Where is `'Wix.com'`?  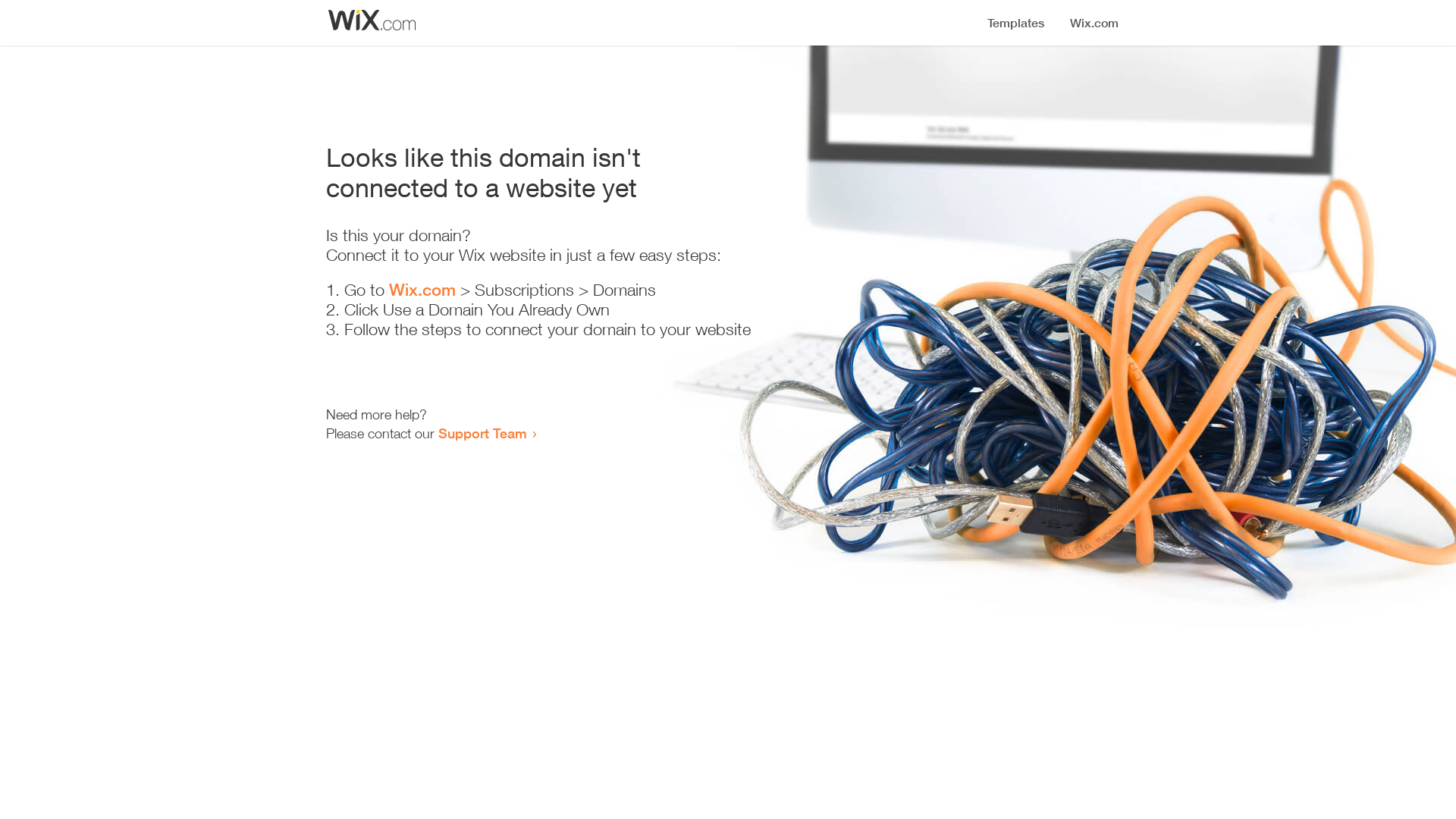 'Wix.com' is located at coordinates (422, 289).